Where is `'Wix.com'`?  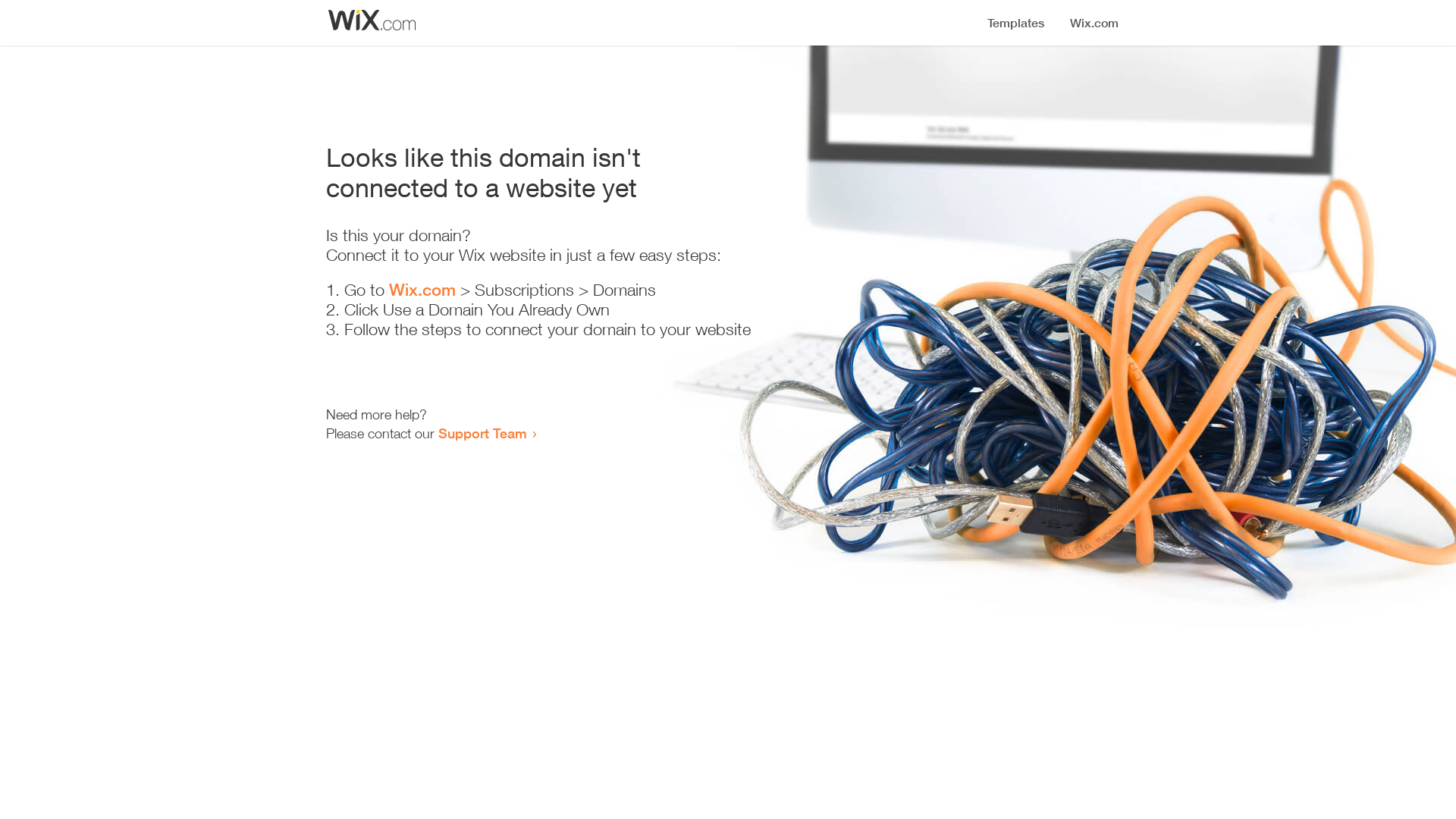 'Wix.com' is located at coordinates (422, 289).